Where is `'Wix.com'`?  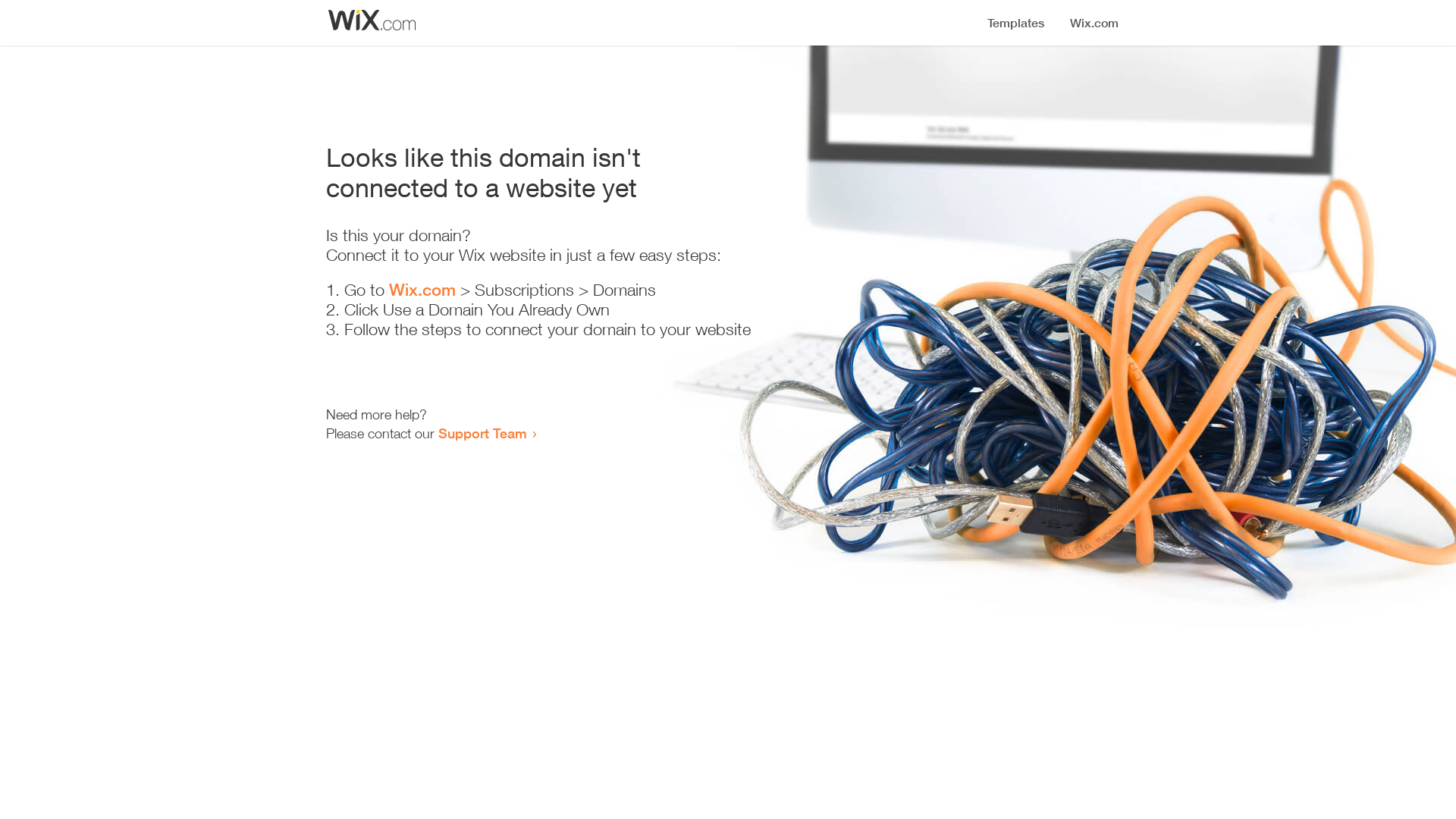 'Wix.com' is located at coordinates (422, 289).